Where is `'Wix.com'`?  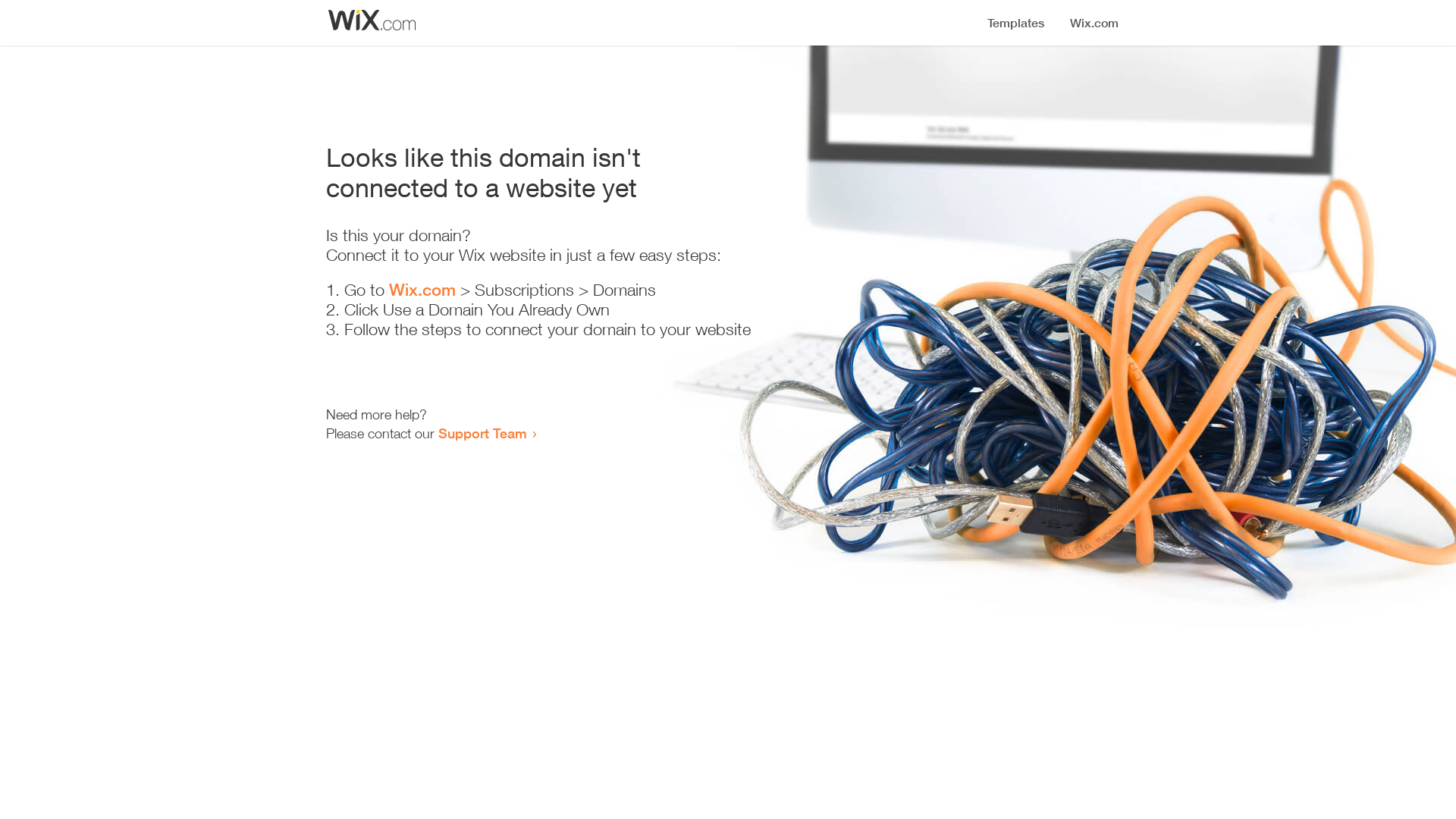 'Wix.com' is located at coordinates (422, 289).